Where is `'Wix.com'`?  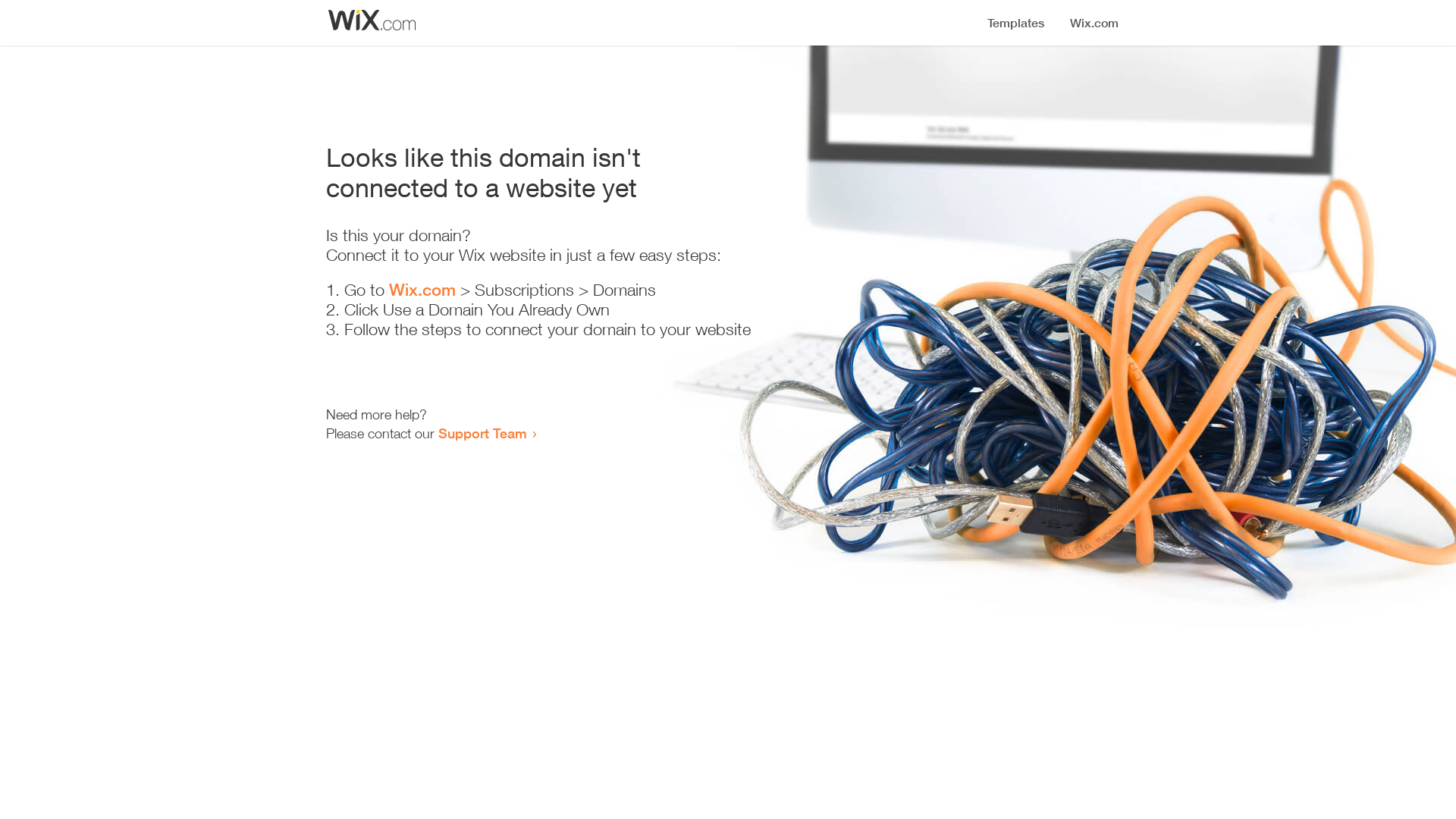 'Wix.com' is located at coordinates (422, 289).